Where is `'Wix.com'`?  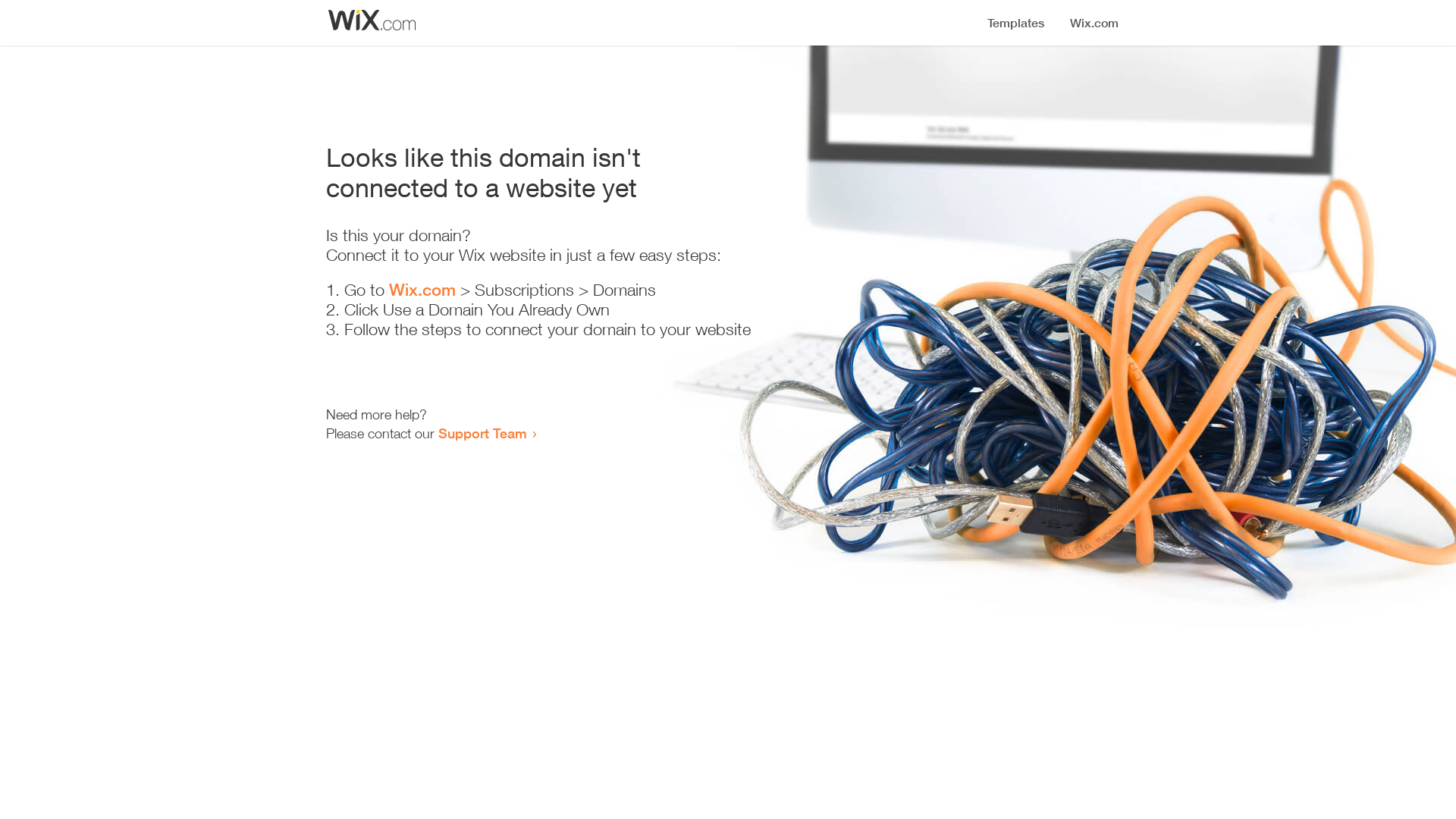 'Wix.com' is located at coordinates (422, 289).